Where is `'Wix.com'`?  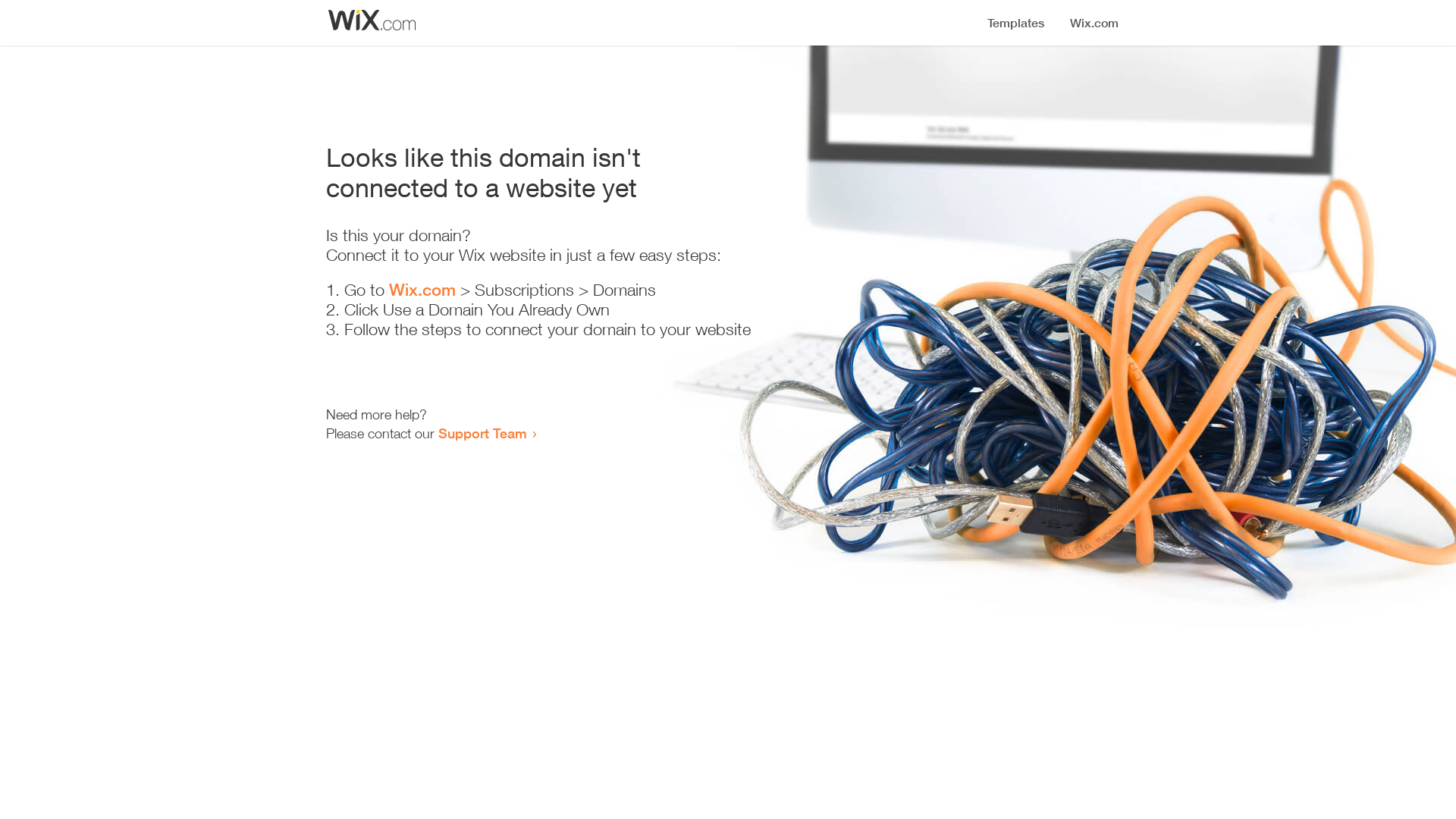 'Wix.com' is located at coordinates (422, 289).